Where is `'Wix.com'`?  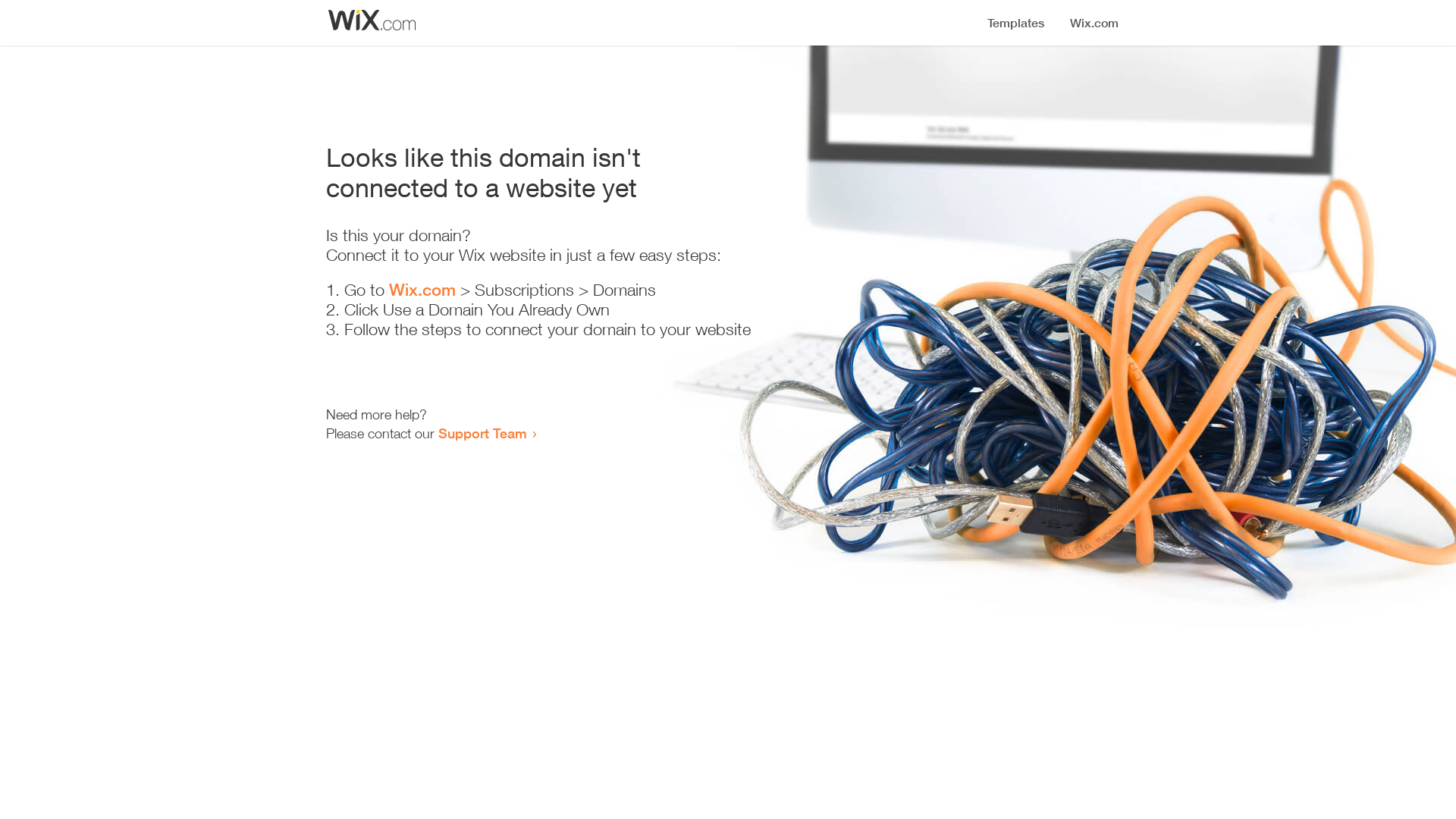 'Wix.com' is located at coordinates (422, 289).